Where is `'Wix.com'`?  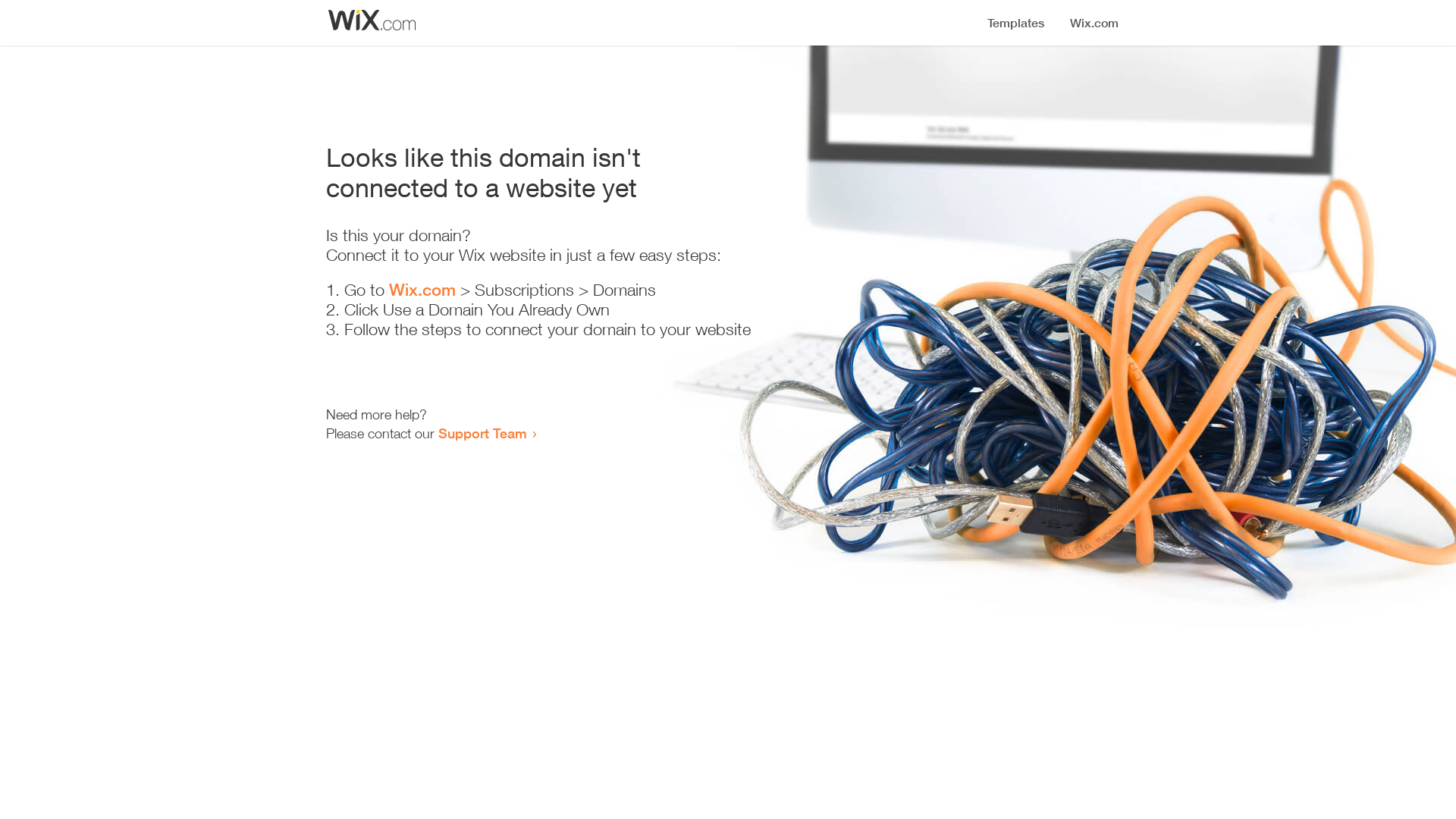 'Wix.com' is located at coordinates (422, 289).